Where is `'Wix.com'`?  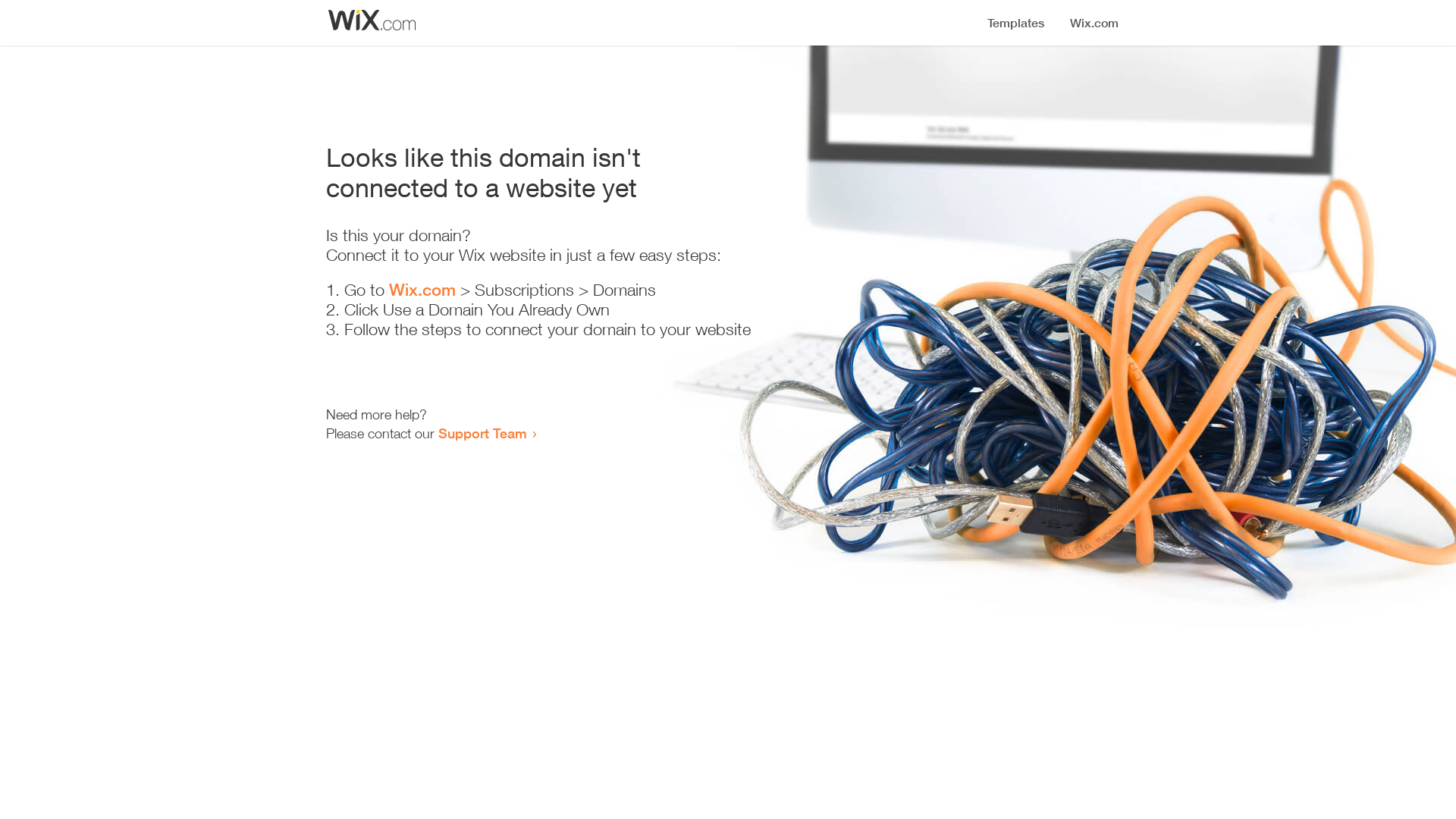 'Wix.com' is located at coordinates (422, 289).